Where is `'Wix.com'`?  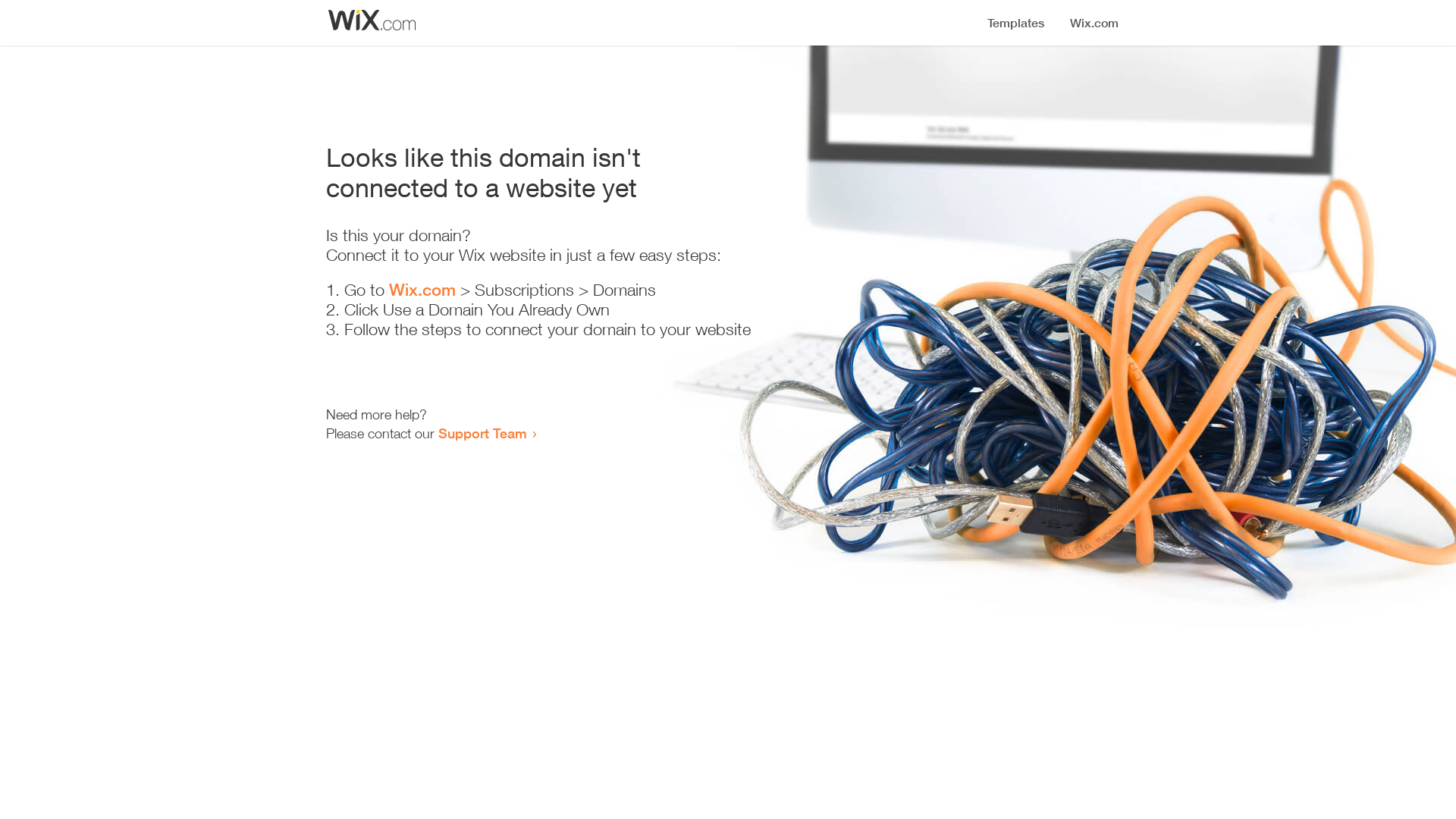 'Wix.com' is located at coordinates (422, 289).